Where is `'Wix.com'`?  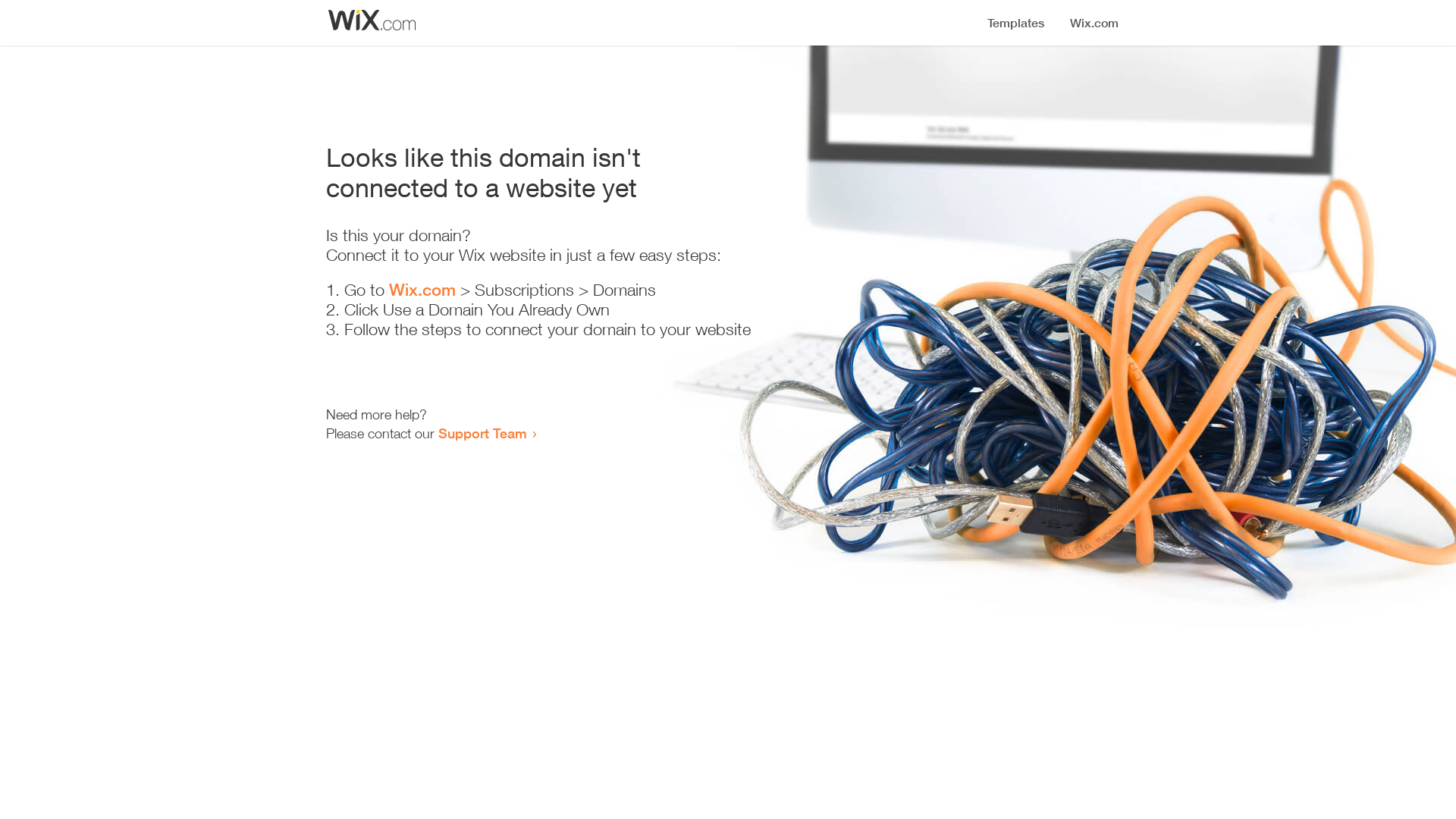 'Wix.com' is located at coordinates (422, 289).